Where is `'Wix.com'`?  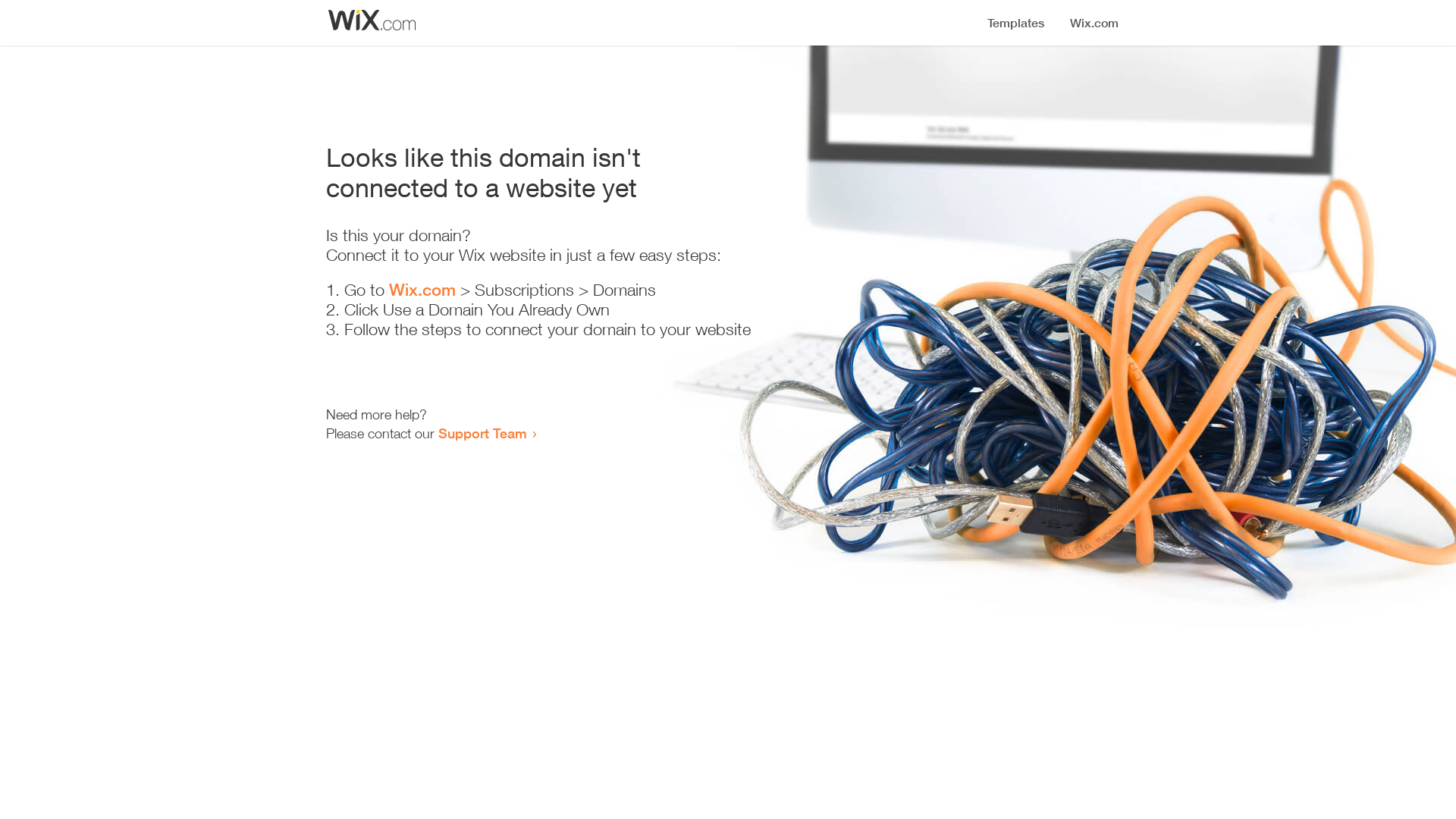 'Wix.com' is located at coordinates (422, 289).